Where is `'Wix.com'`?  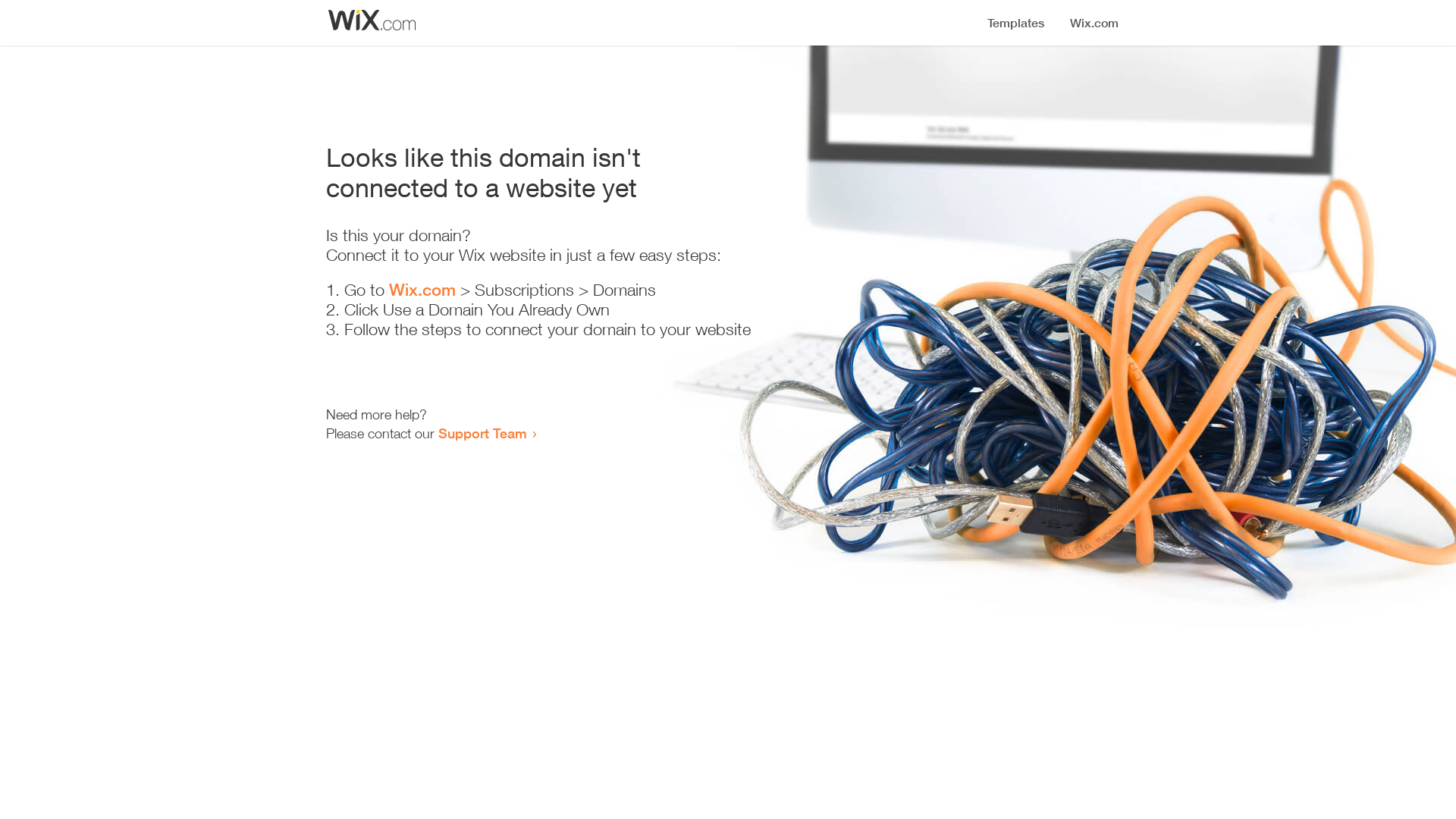 'Wix.com' is located at coordinates (422, 289).